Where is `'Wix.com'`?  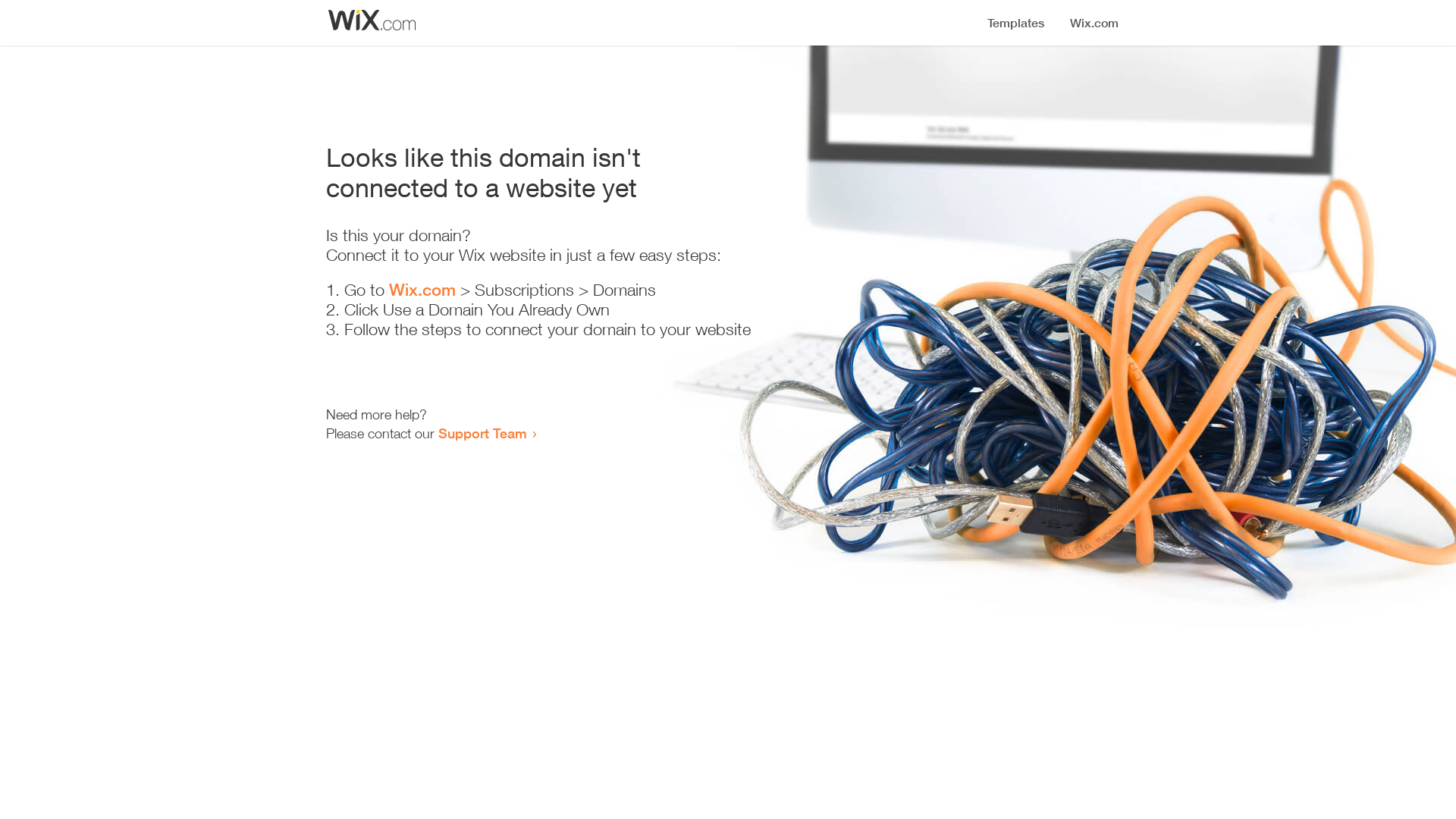 'Wix.com' is located at coordinates (422, 289).